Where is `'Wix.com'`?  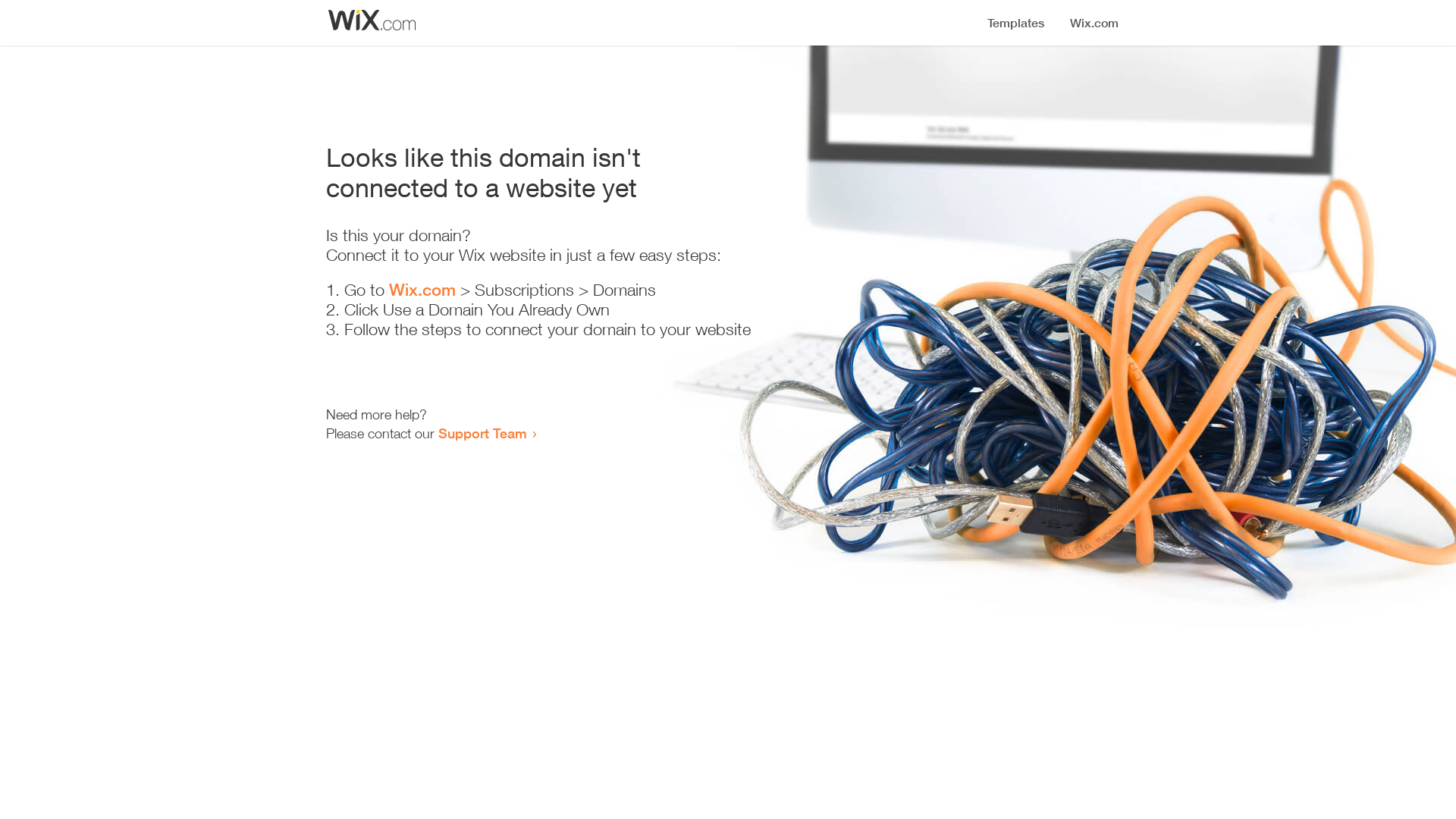 'Wix.com' is located at coordinates (422, 289).